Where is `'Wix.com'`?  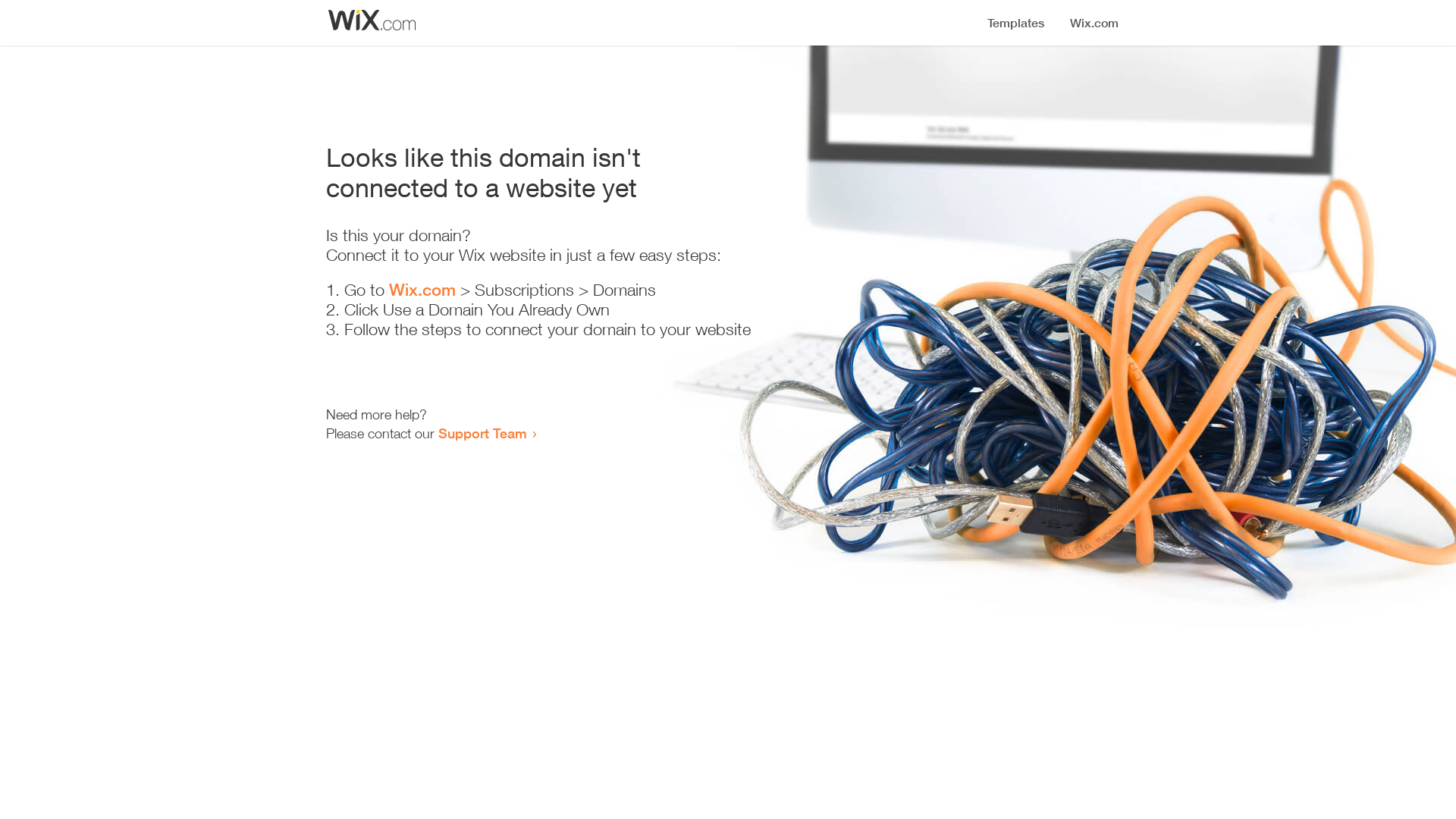 'Wix.com' is located at coordinates (422, 289).